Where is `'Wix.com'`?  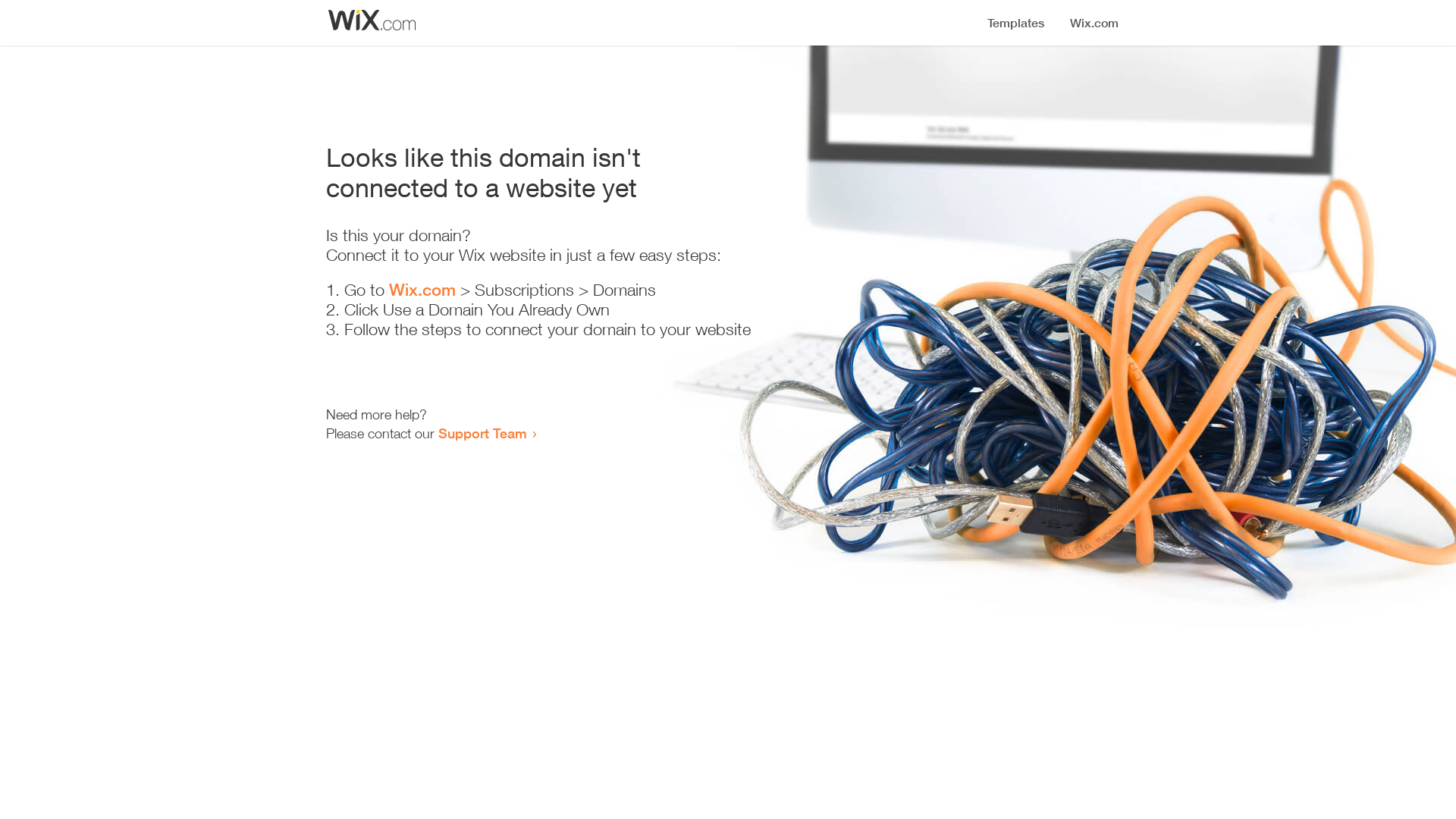 'Wix.com' is located at coordinates (422, 289).